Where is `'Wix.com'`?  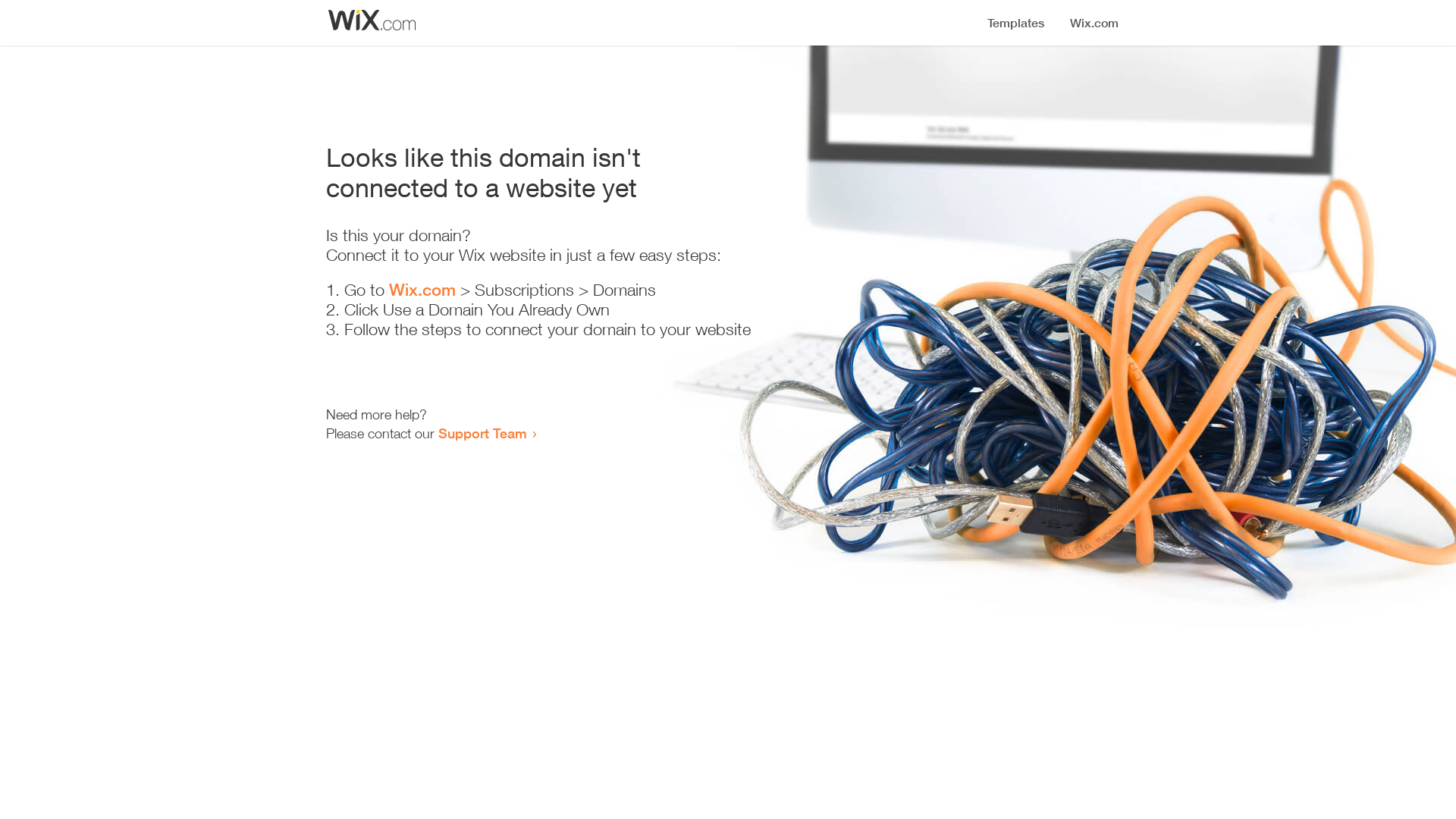 'Wix.com' is located at coordinates (422, 289).